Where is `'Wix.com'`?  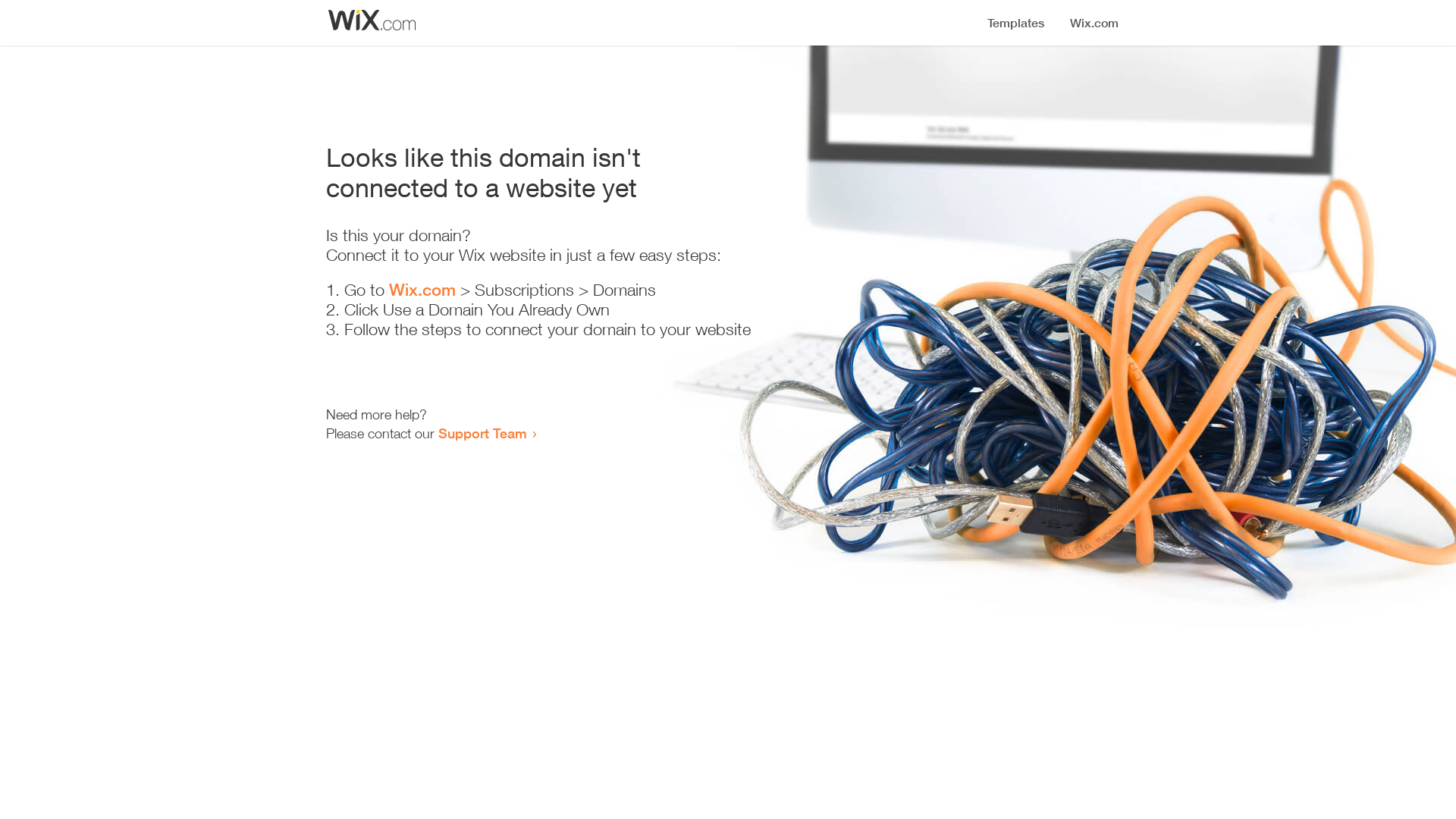 'Wix.com' is located at coordinates (422, 289).